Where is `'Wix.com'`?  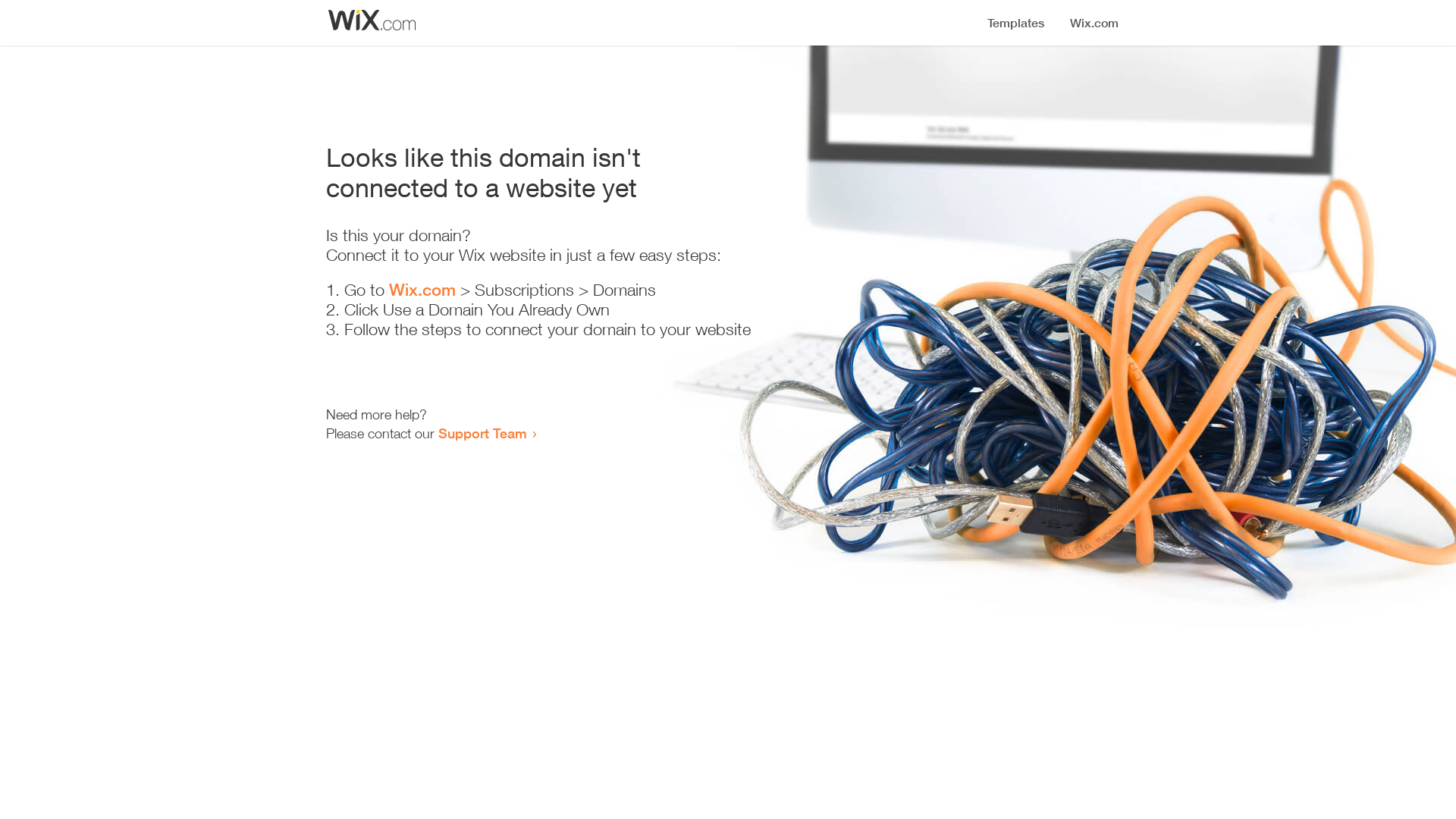 'Wix.com' is located at coordinates (422, 289).